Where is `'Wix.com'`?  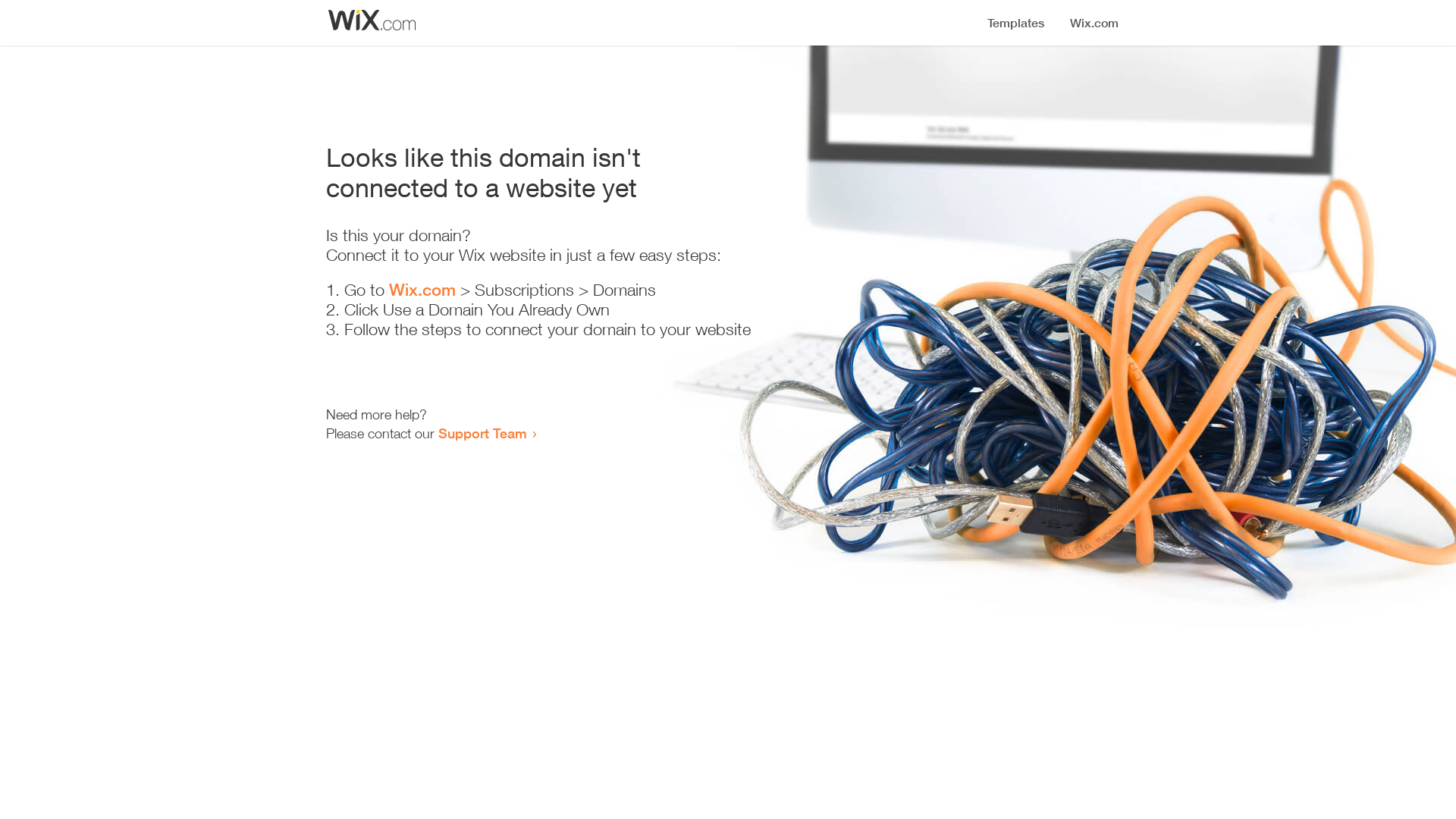 'Wix.com' is located at coordinates (422, 289).